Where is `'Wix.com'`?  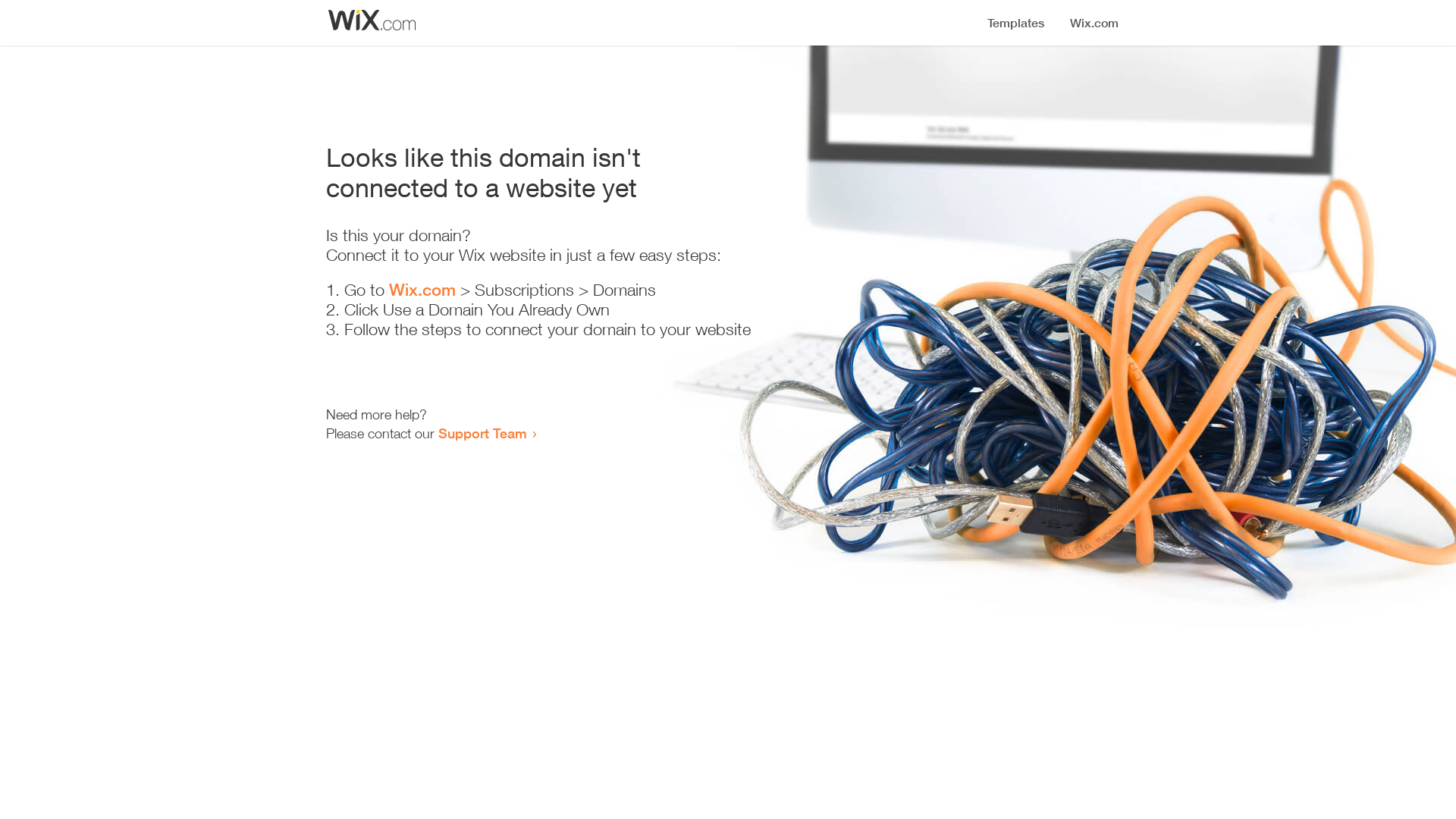 'Wix.com' is located at coordinates (422, 289).